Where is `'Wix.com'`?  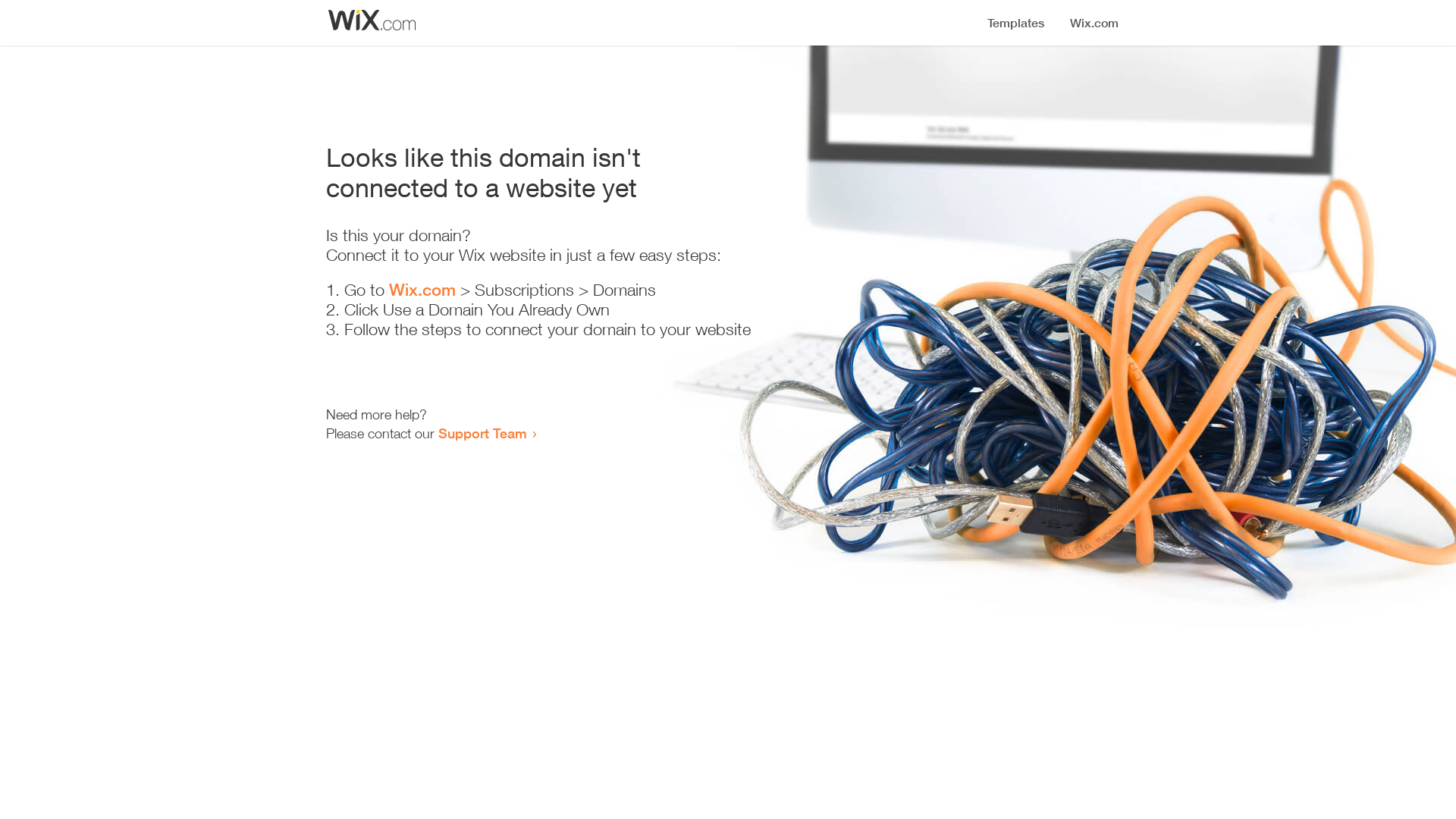 'Wix.com' is located at coordinates (422, 289).